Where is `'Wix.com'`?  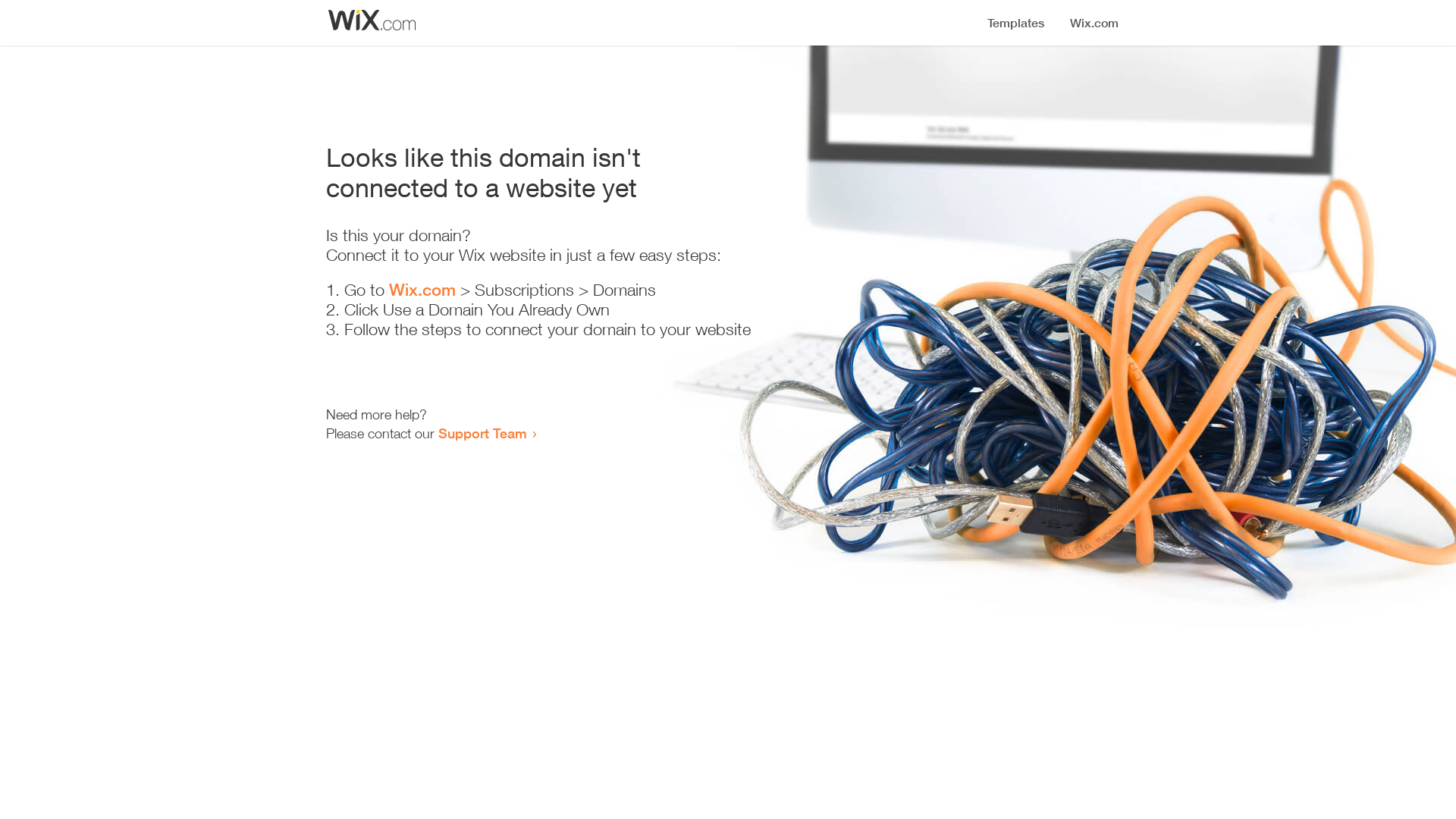 'Wix.com' is located at coordinates (422, 289).